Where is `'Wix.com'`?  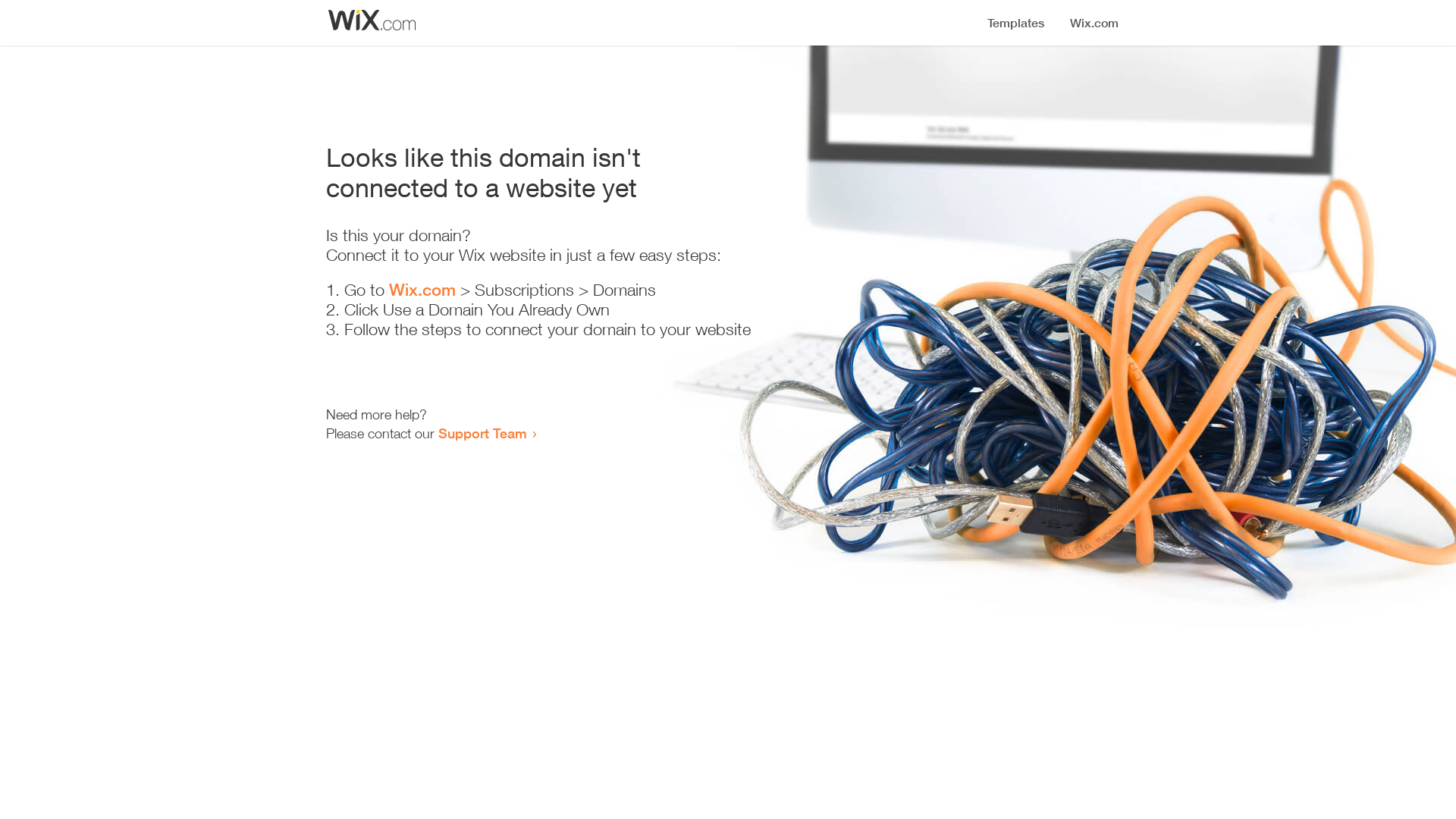 'Wix.com' is located at coordinates (422, 289).